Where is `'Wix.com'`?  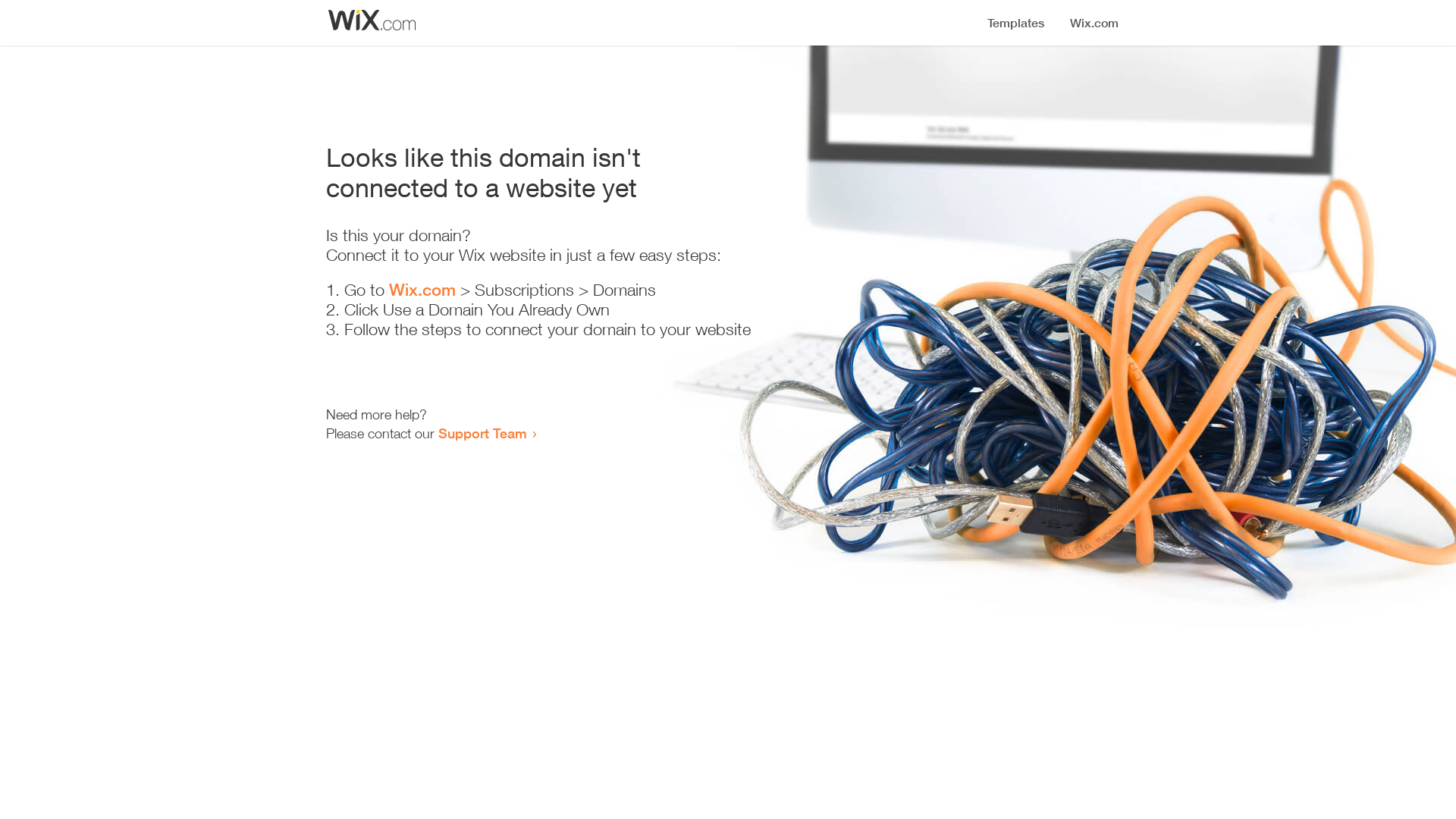 'Wix.com' is located at coordinates (422, 289).